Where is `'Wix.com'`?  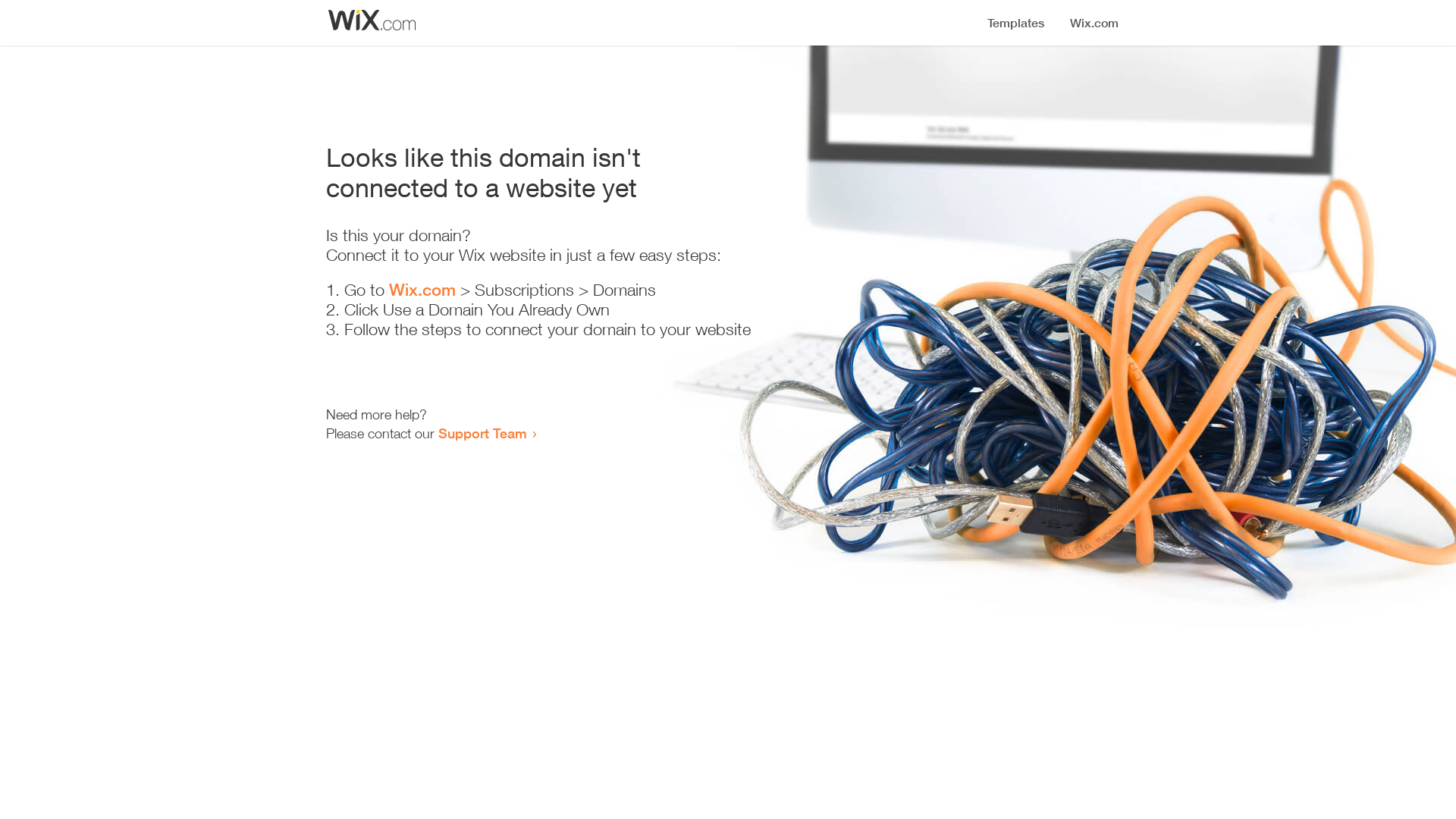 'Wix.com' is located at coordinates (422, 289).